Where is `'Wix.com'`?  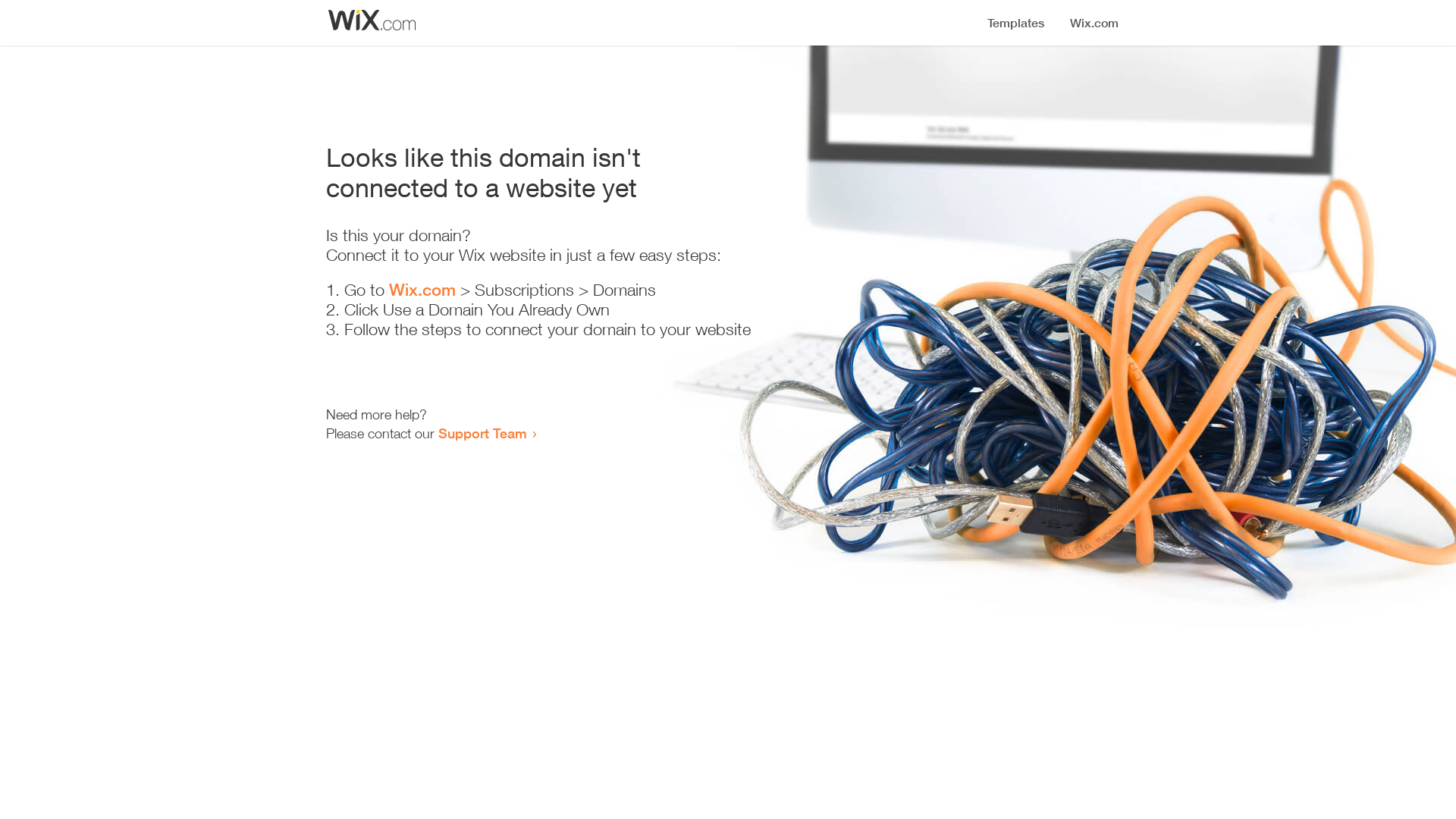 'Wix.com' is located at coordinates (422, 289).